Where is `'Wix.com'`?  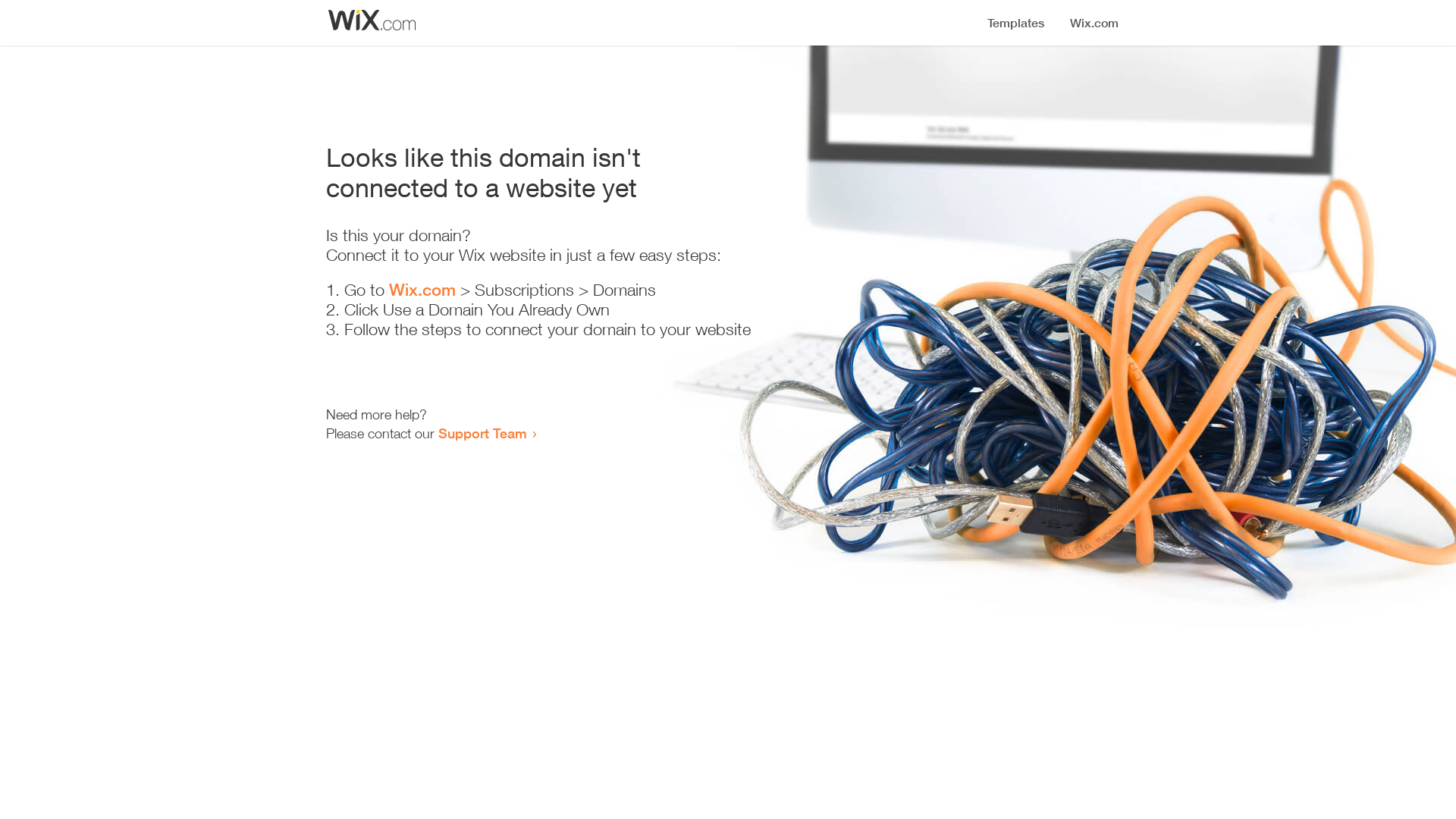 'Wix.com' is located at coordinates (422, 289).